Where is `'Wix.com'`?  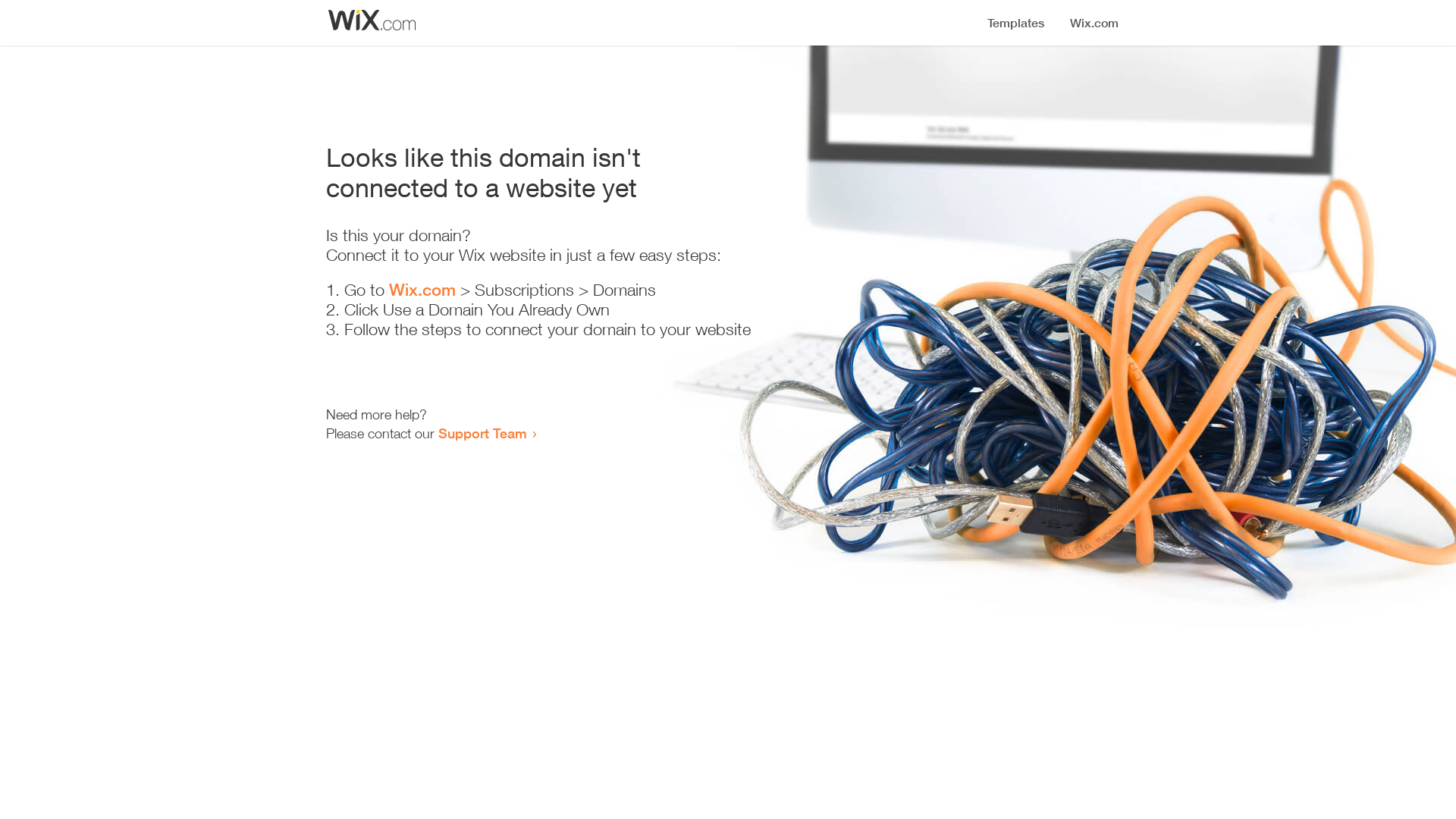 'Wix.com' is located at coordinates (422, 289).